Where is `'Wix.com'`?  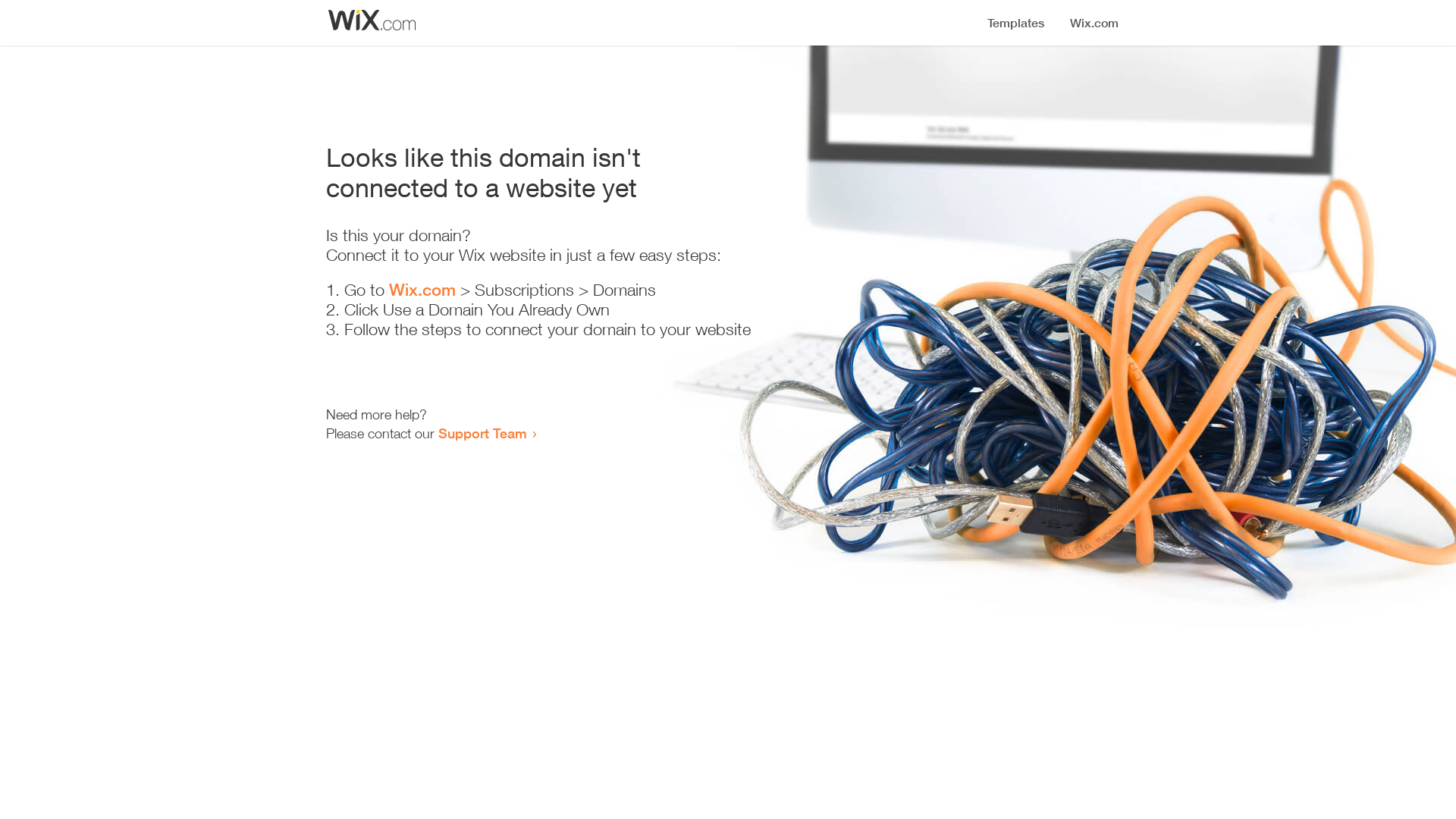 'Wix.com' is located at coordinates (422, 289).